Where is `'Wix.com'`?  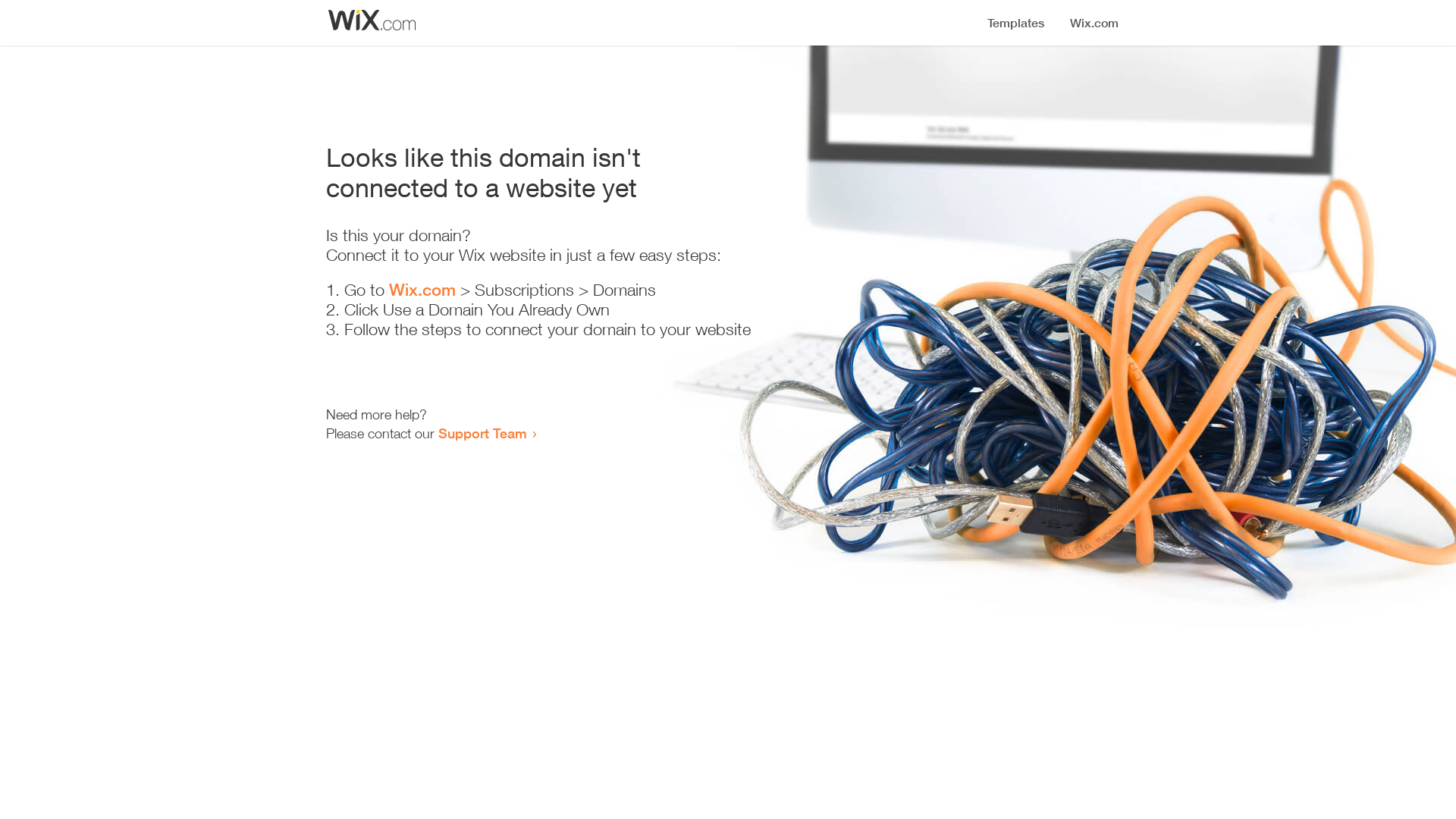 'Wix.com' is located at coordinates (422, 289).